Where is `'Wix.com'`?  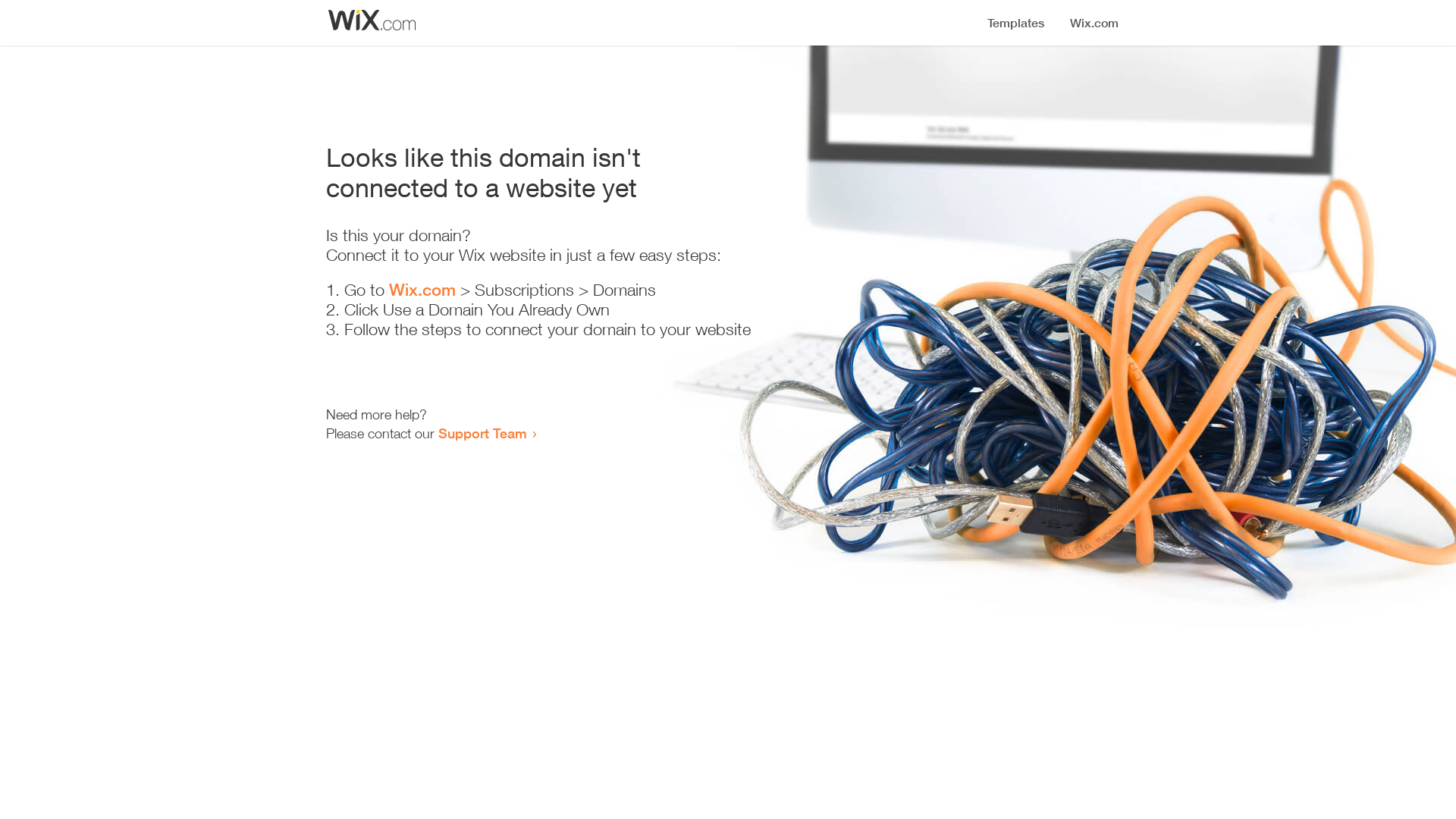 'Wix.com' is located at coordinates (422, 289).